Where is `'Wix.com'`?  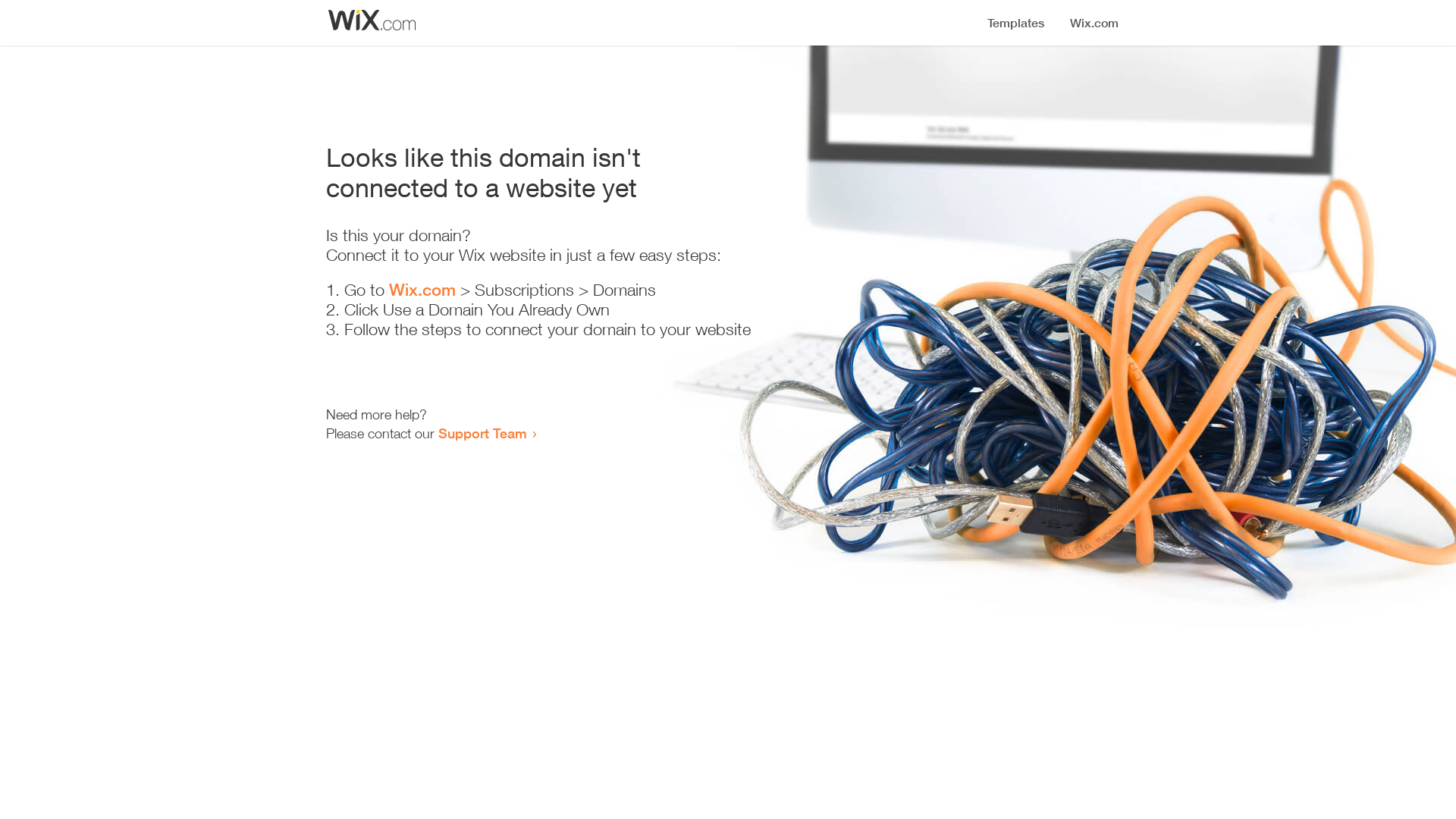 'Wix.com' is located at coordinates (422, 289).